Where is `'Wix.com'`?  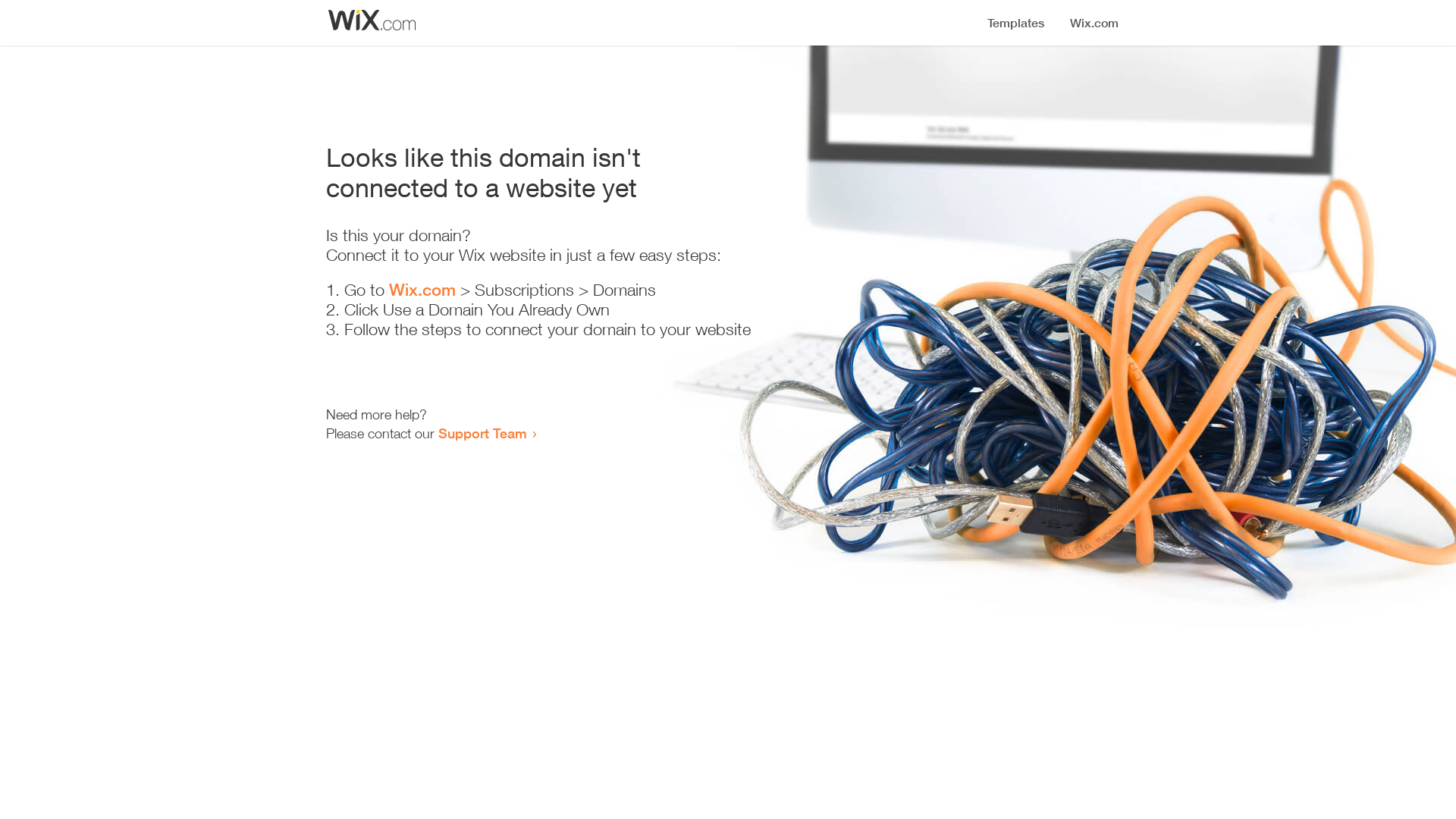 'Wix.com' is located at coordinates (422, 289).